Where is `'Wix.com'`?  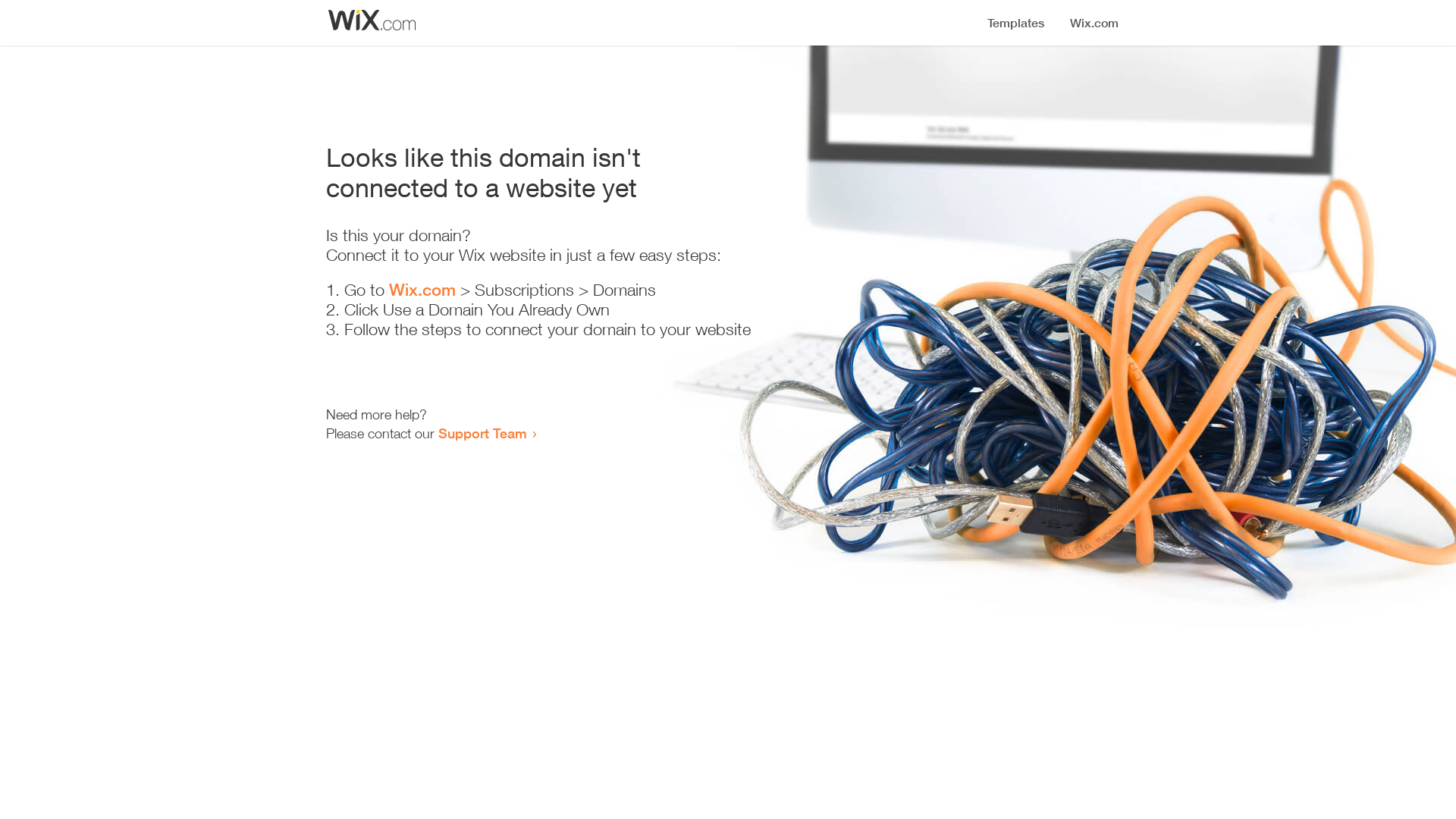 'Wix.com' is located at coordinates (422, 289).